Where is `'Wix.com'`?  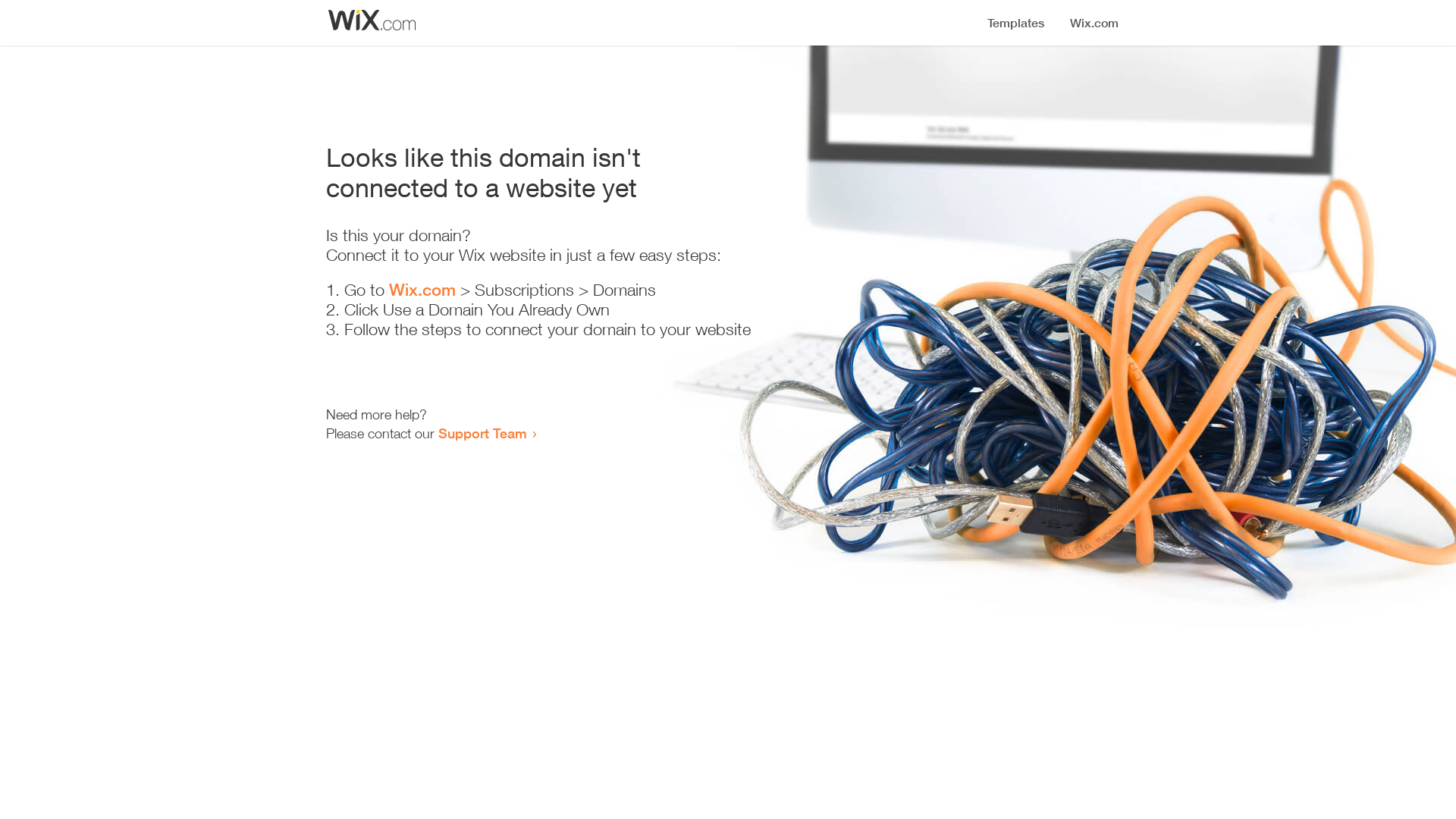 'Wix.com' is located at coordinates (422, 289).